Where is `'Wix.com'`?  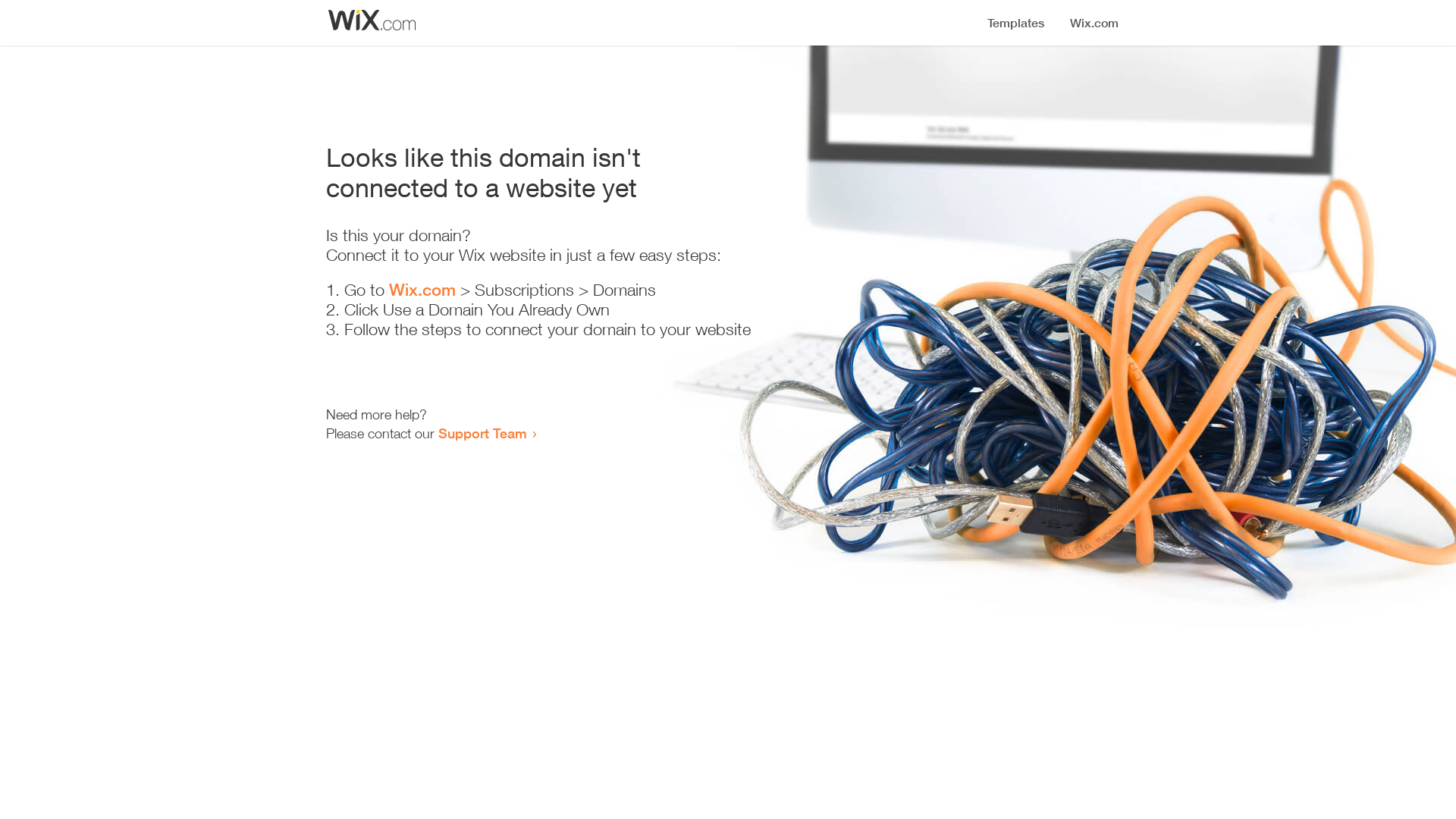 'Wix.com' is located at coordinates (422, 289).